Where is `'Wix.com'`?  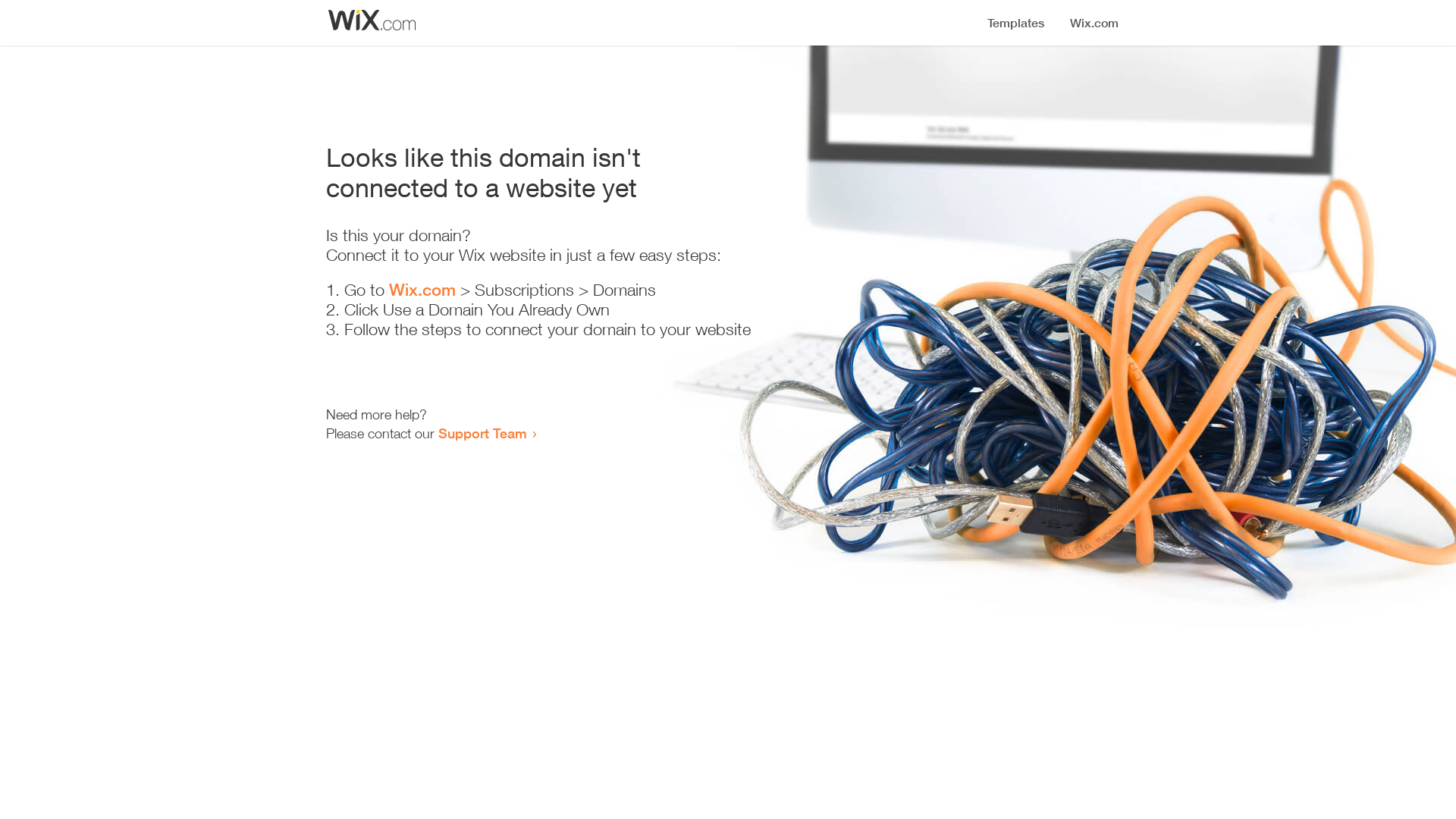 'Wix.com' is located at coordinates (422, 289).